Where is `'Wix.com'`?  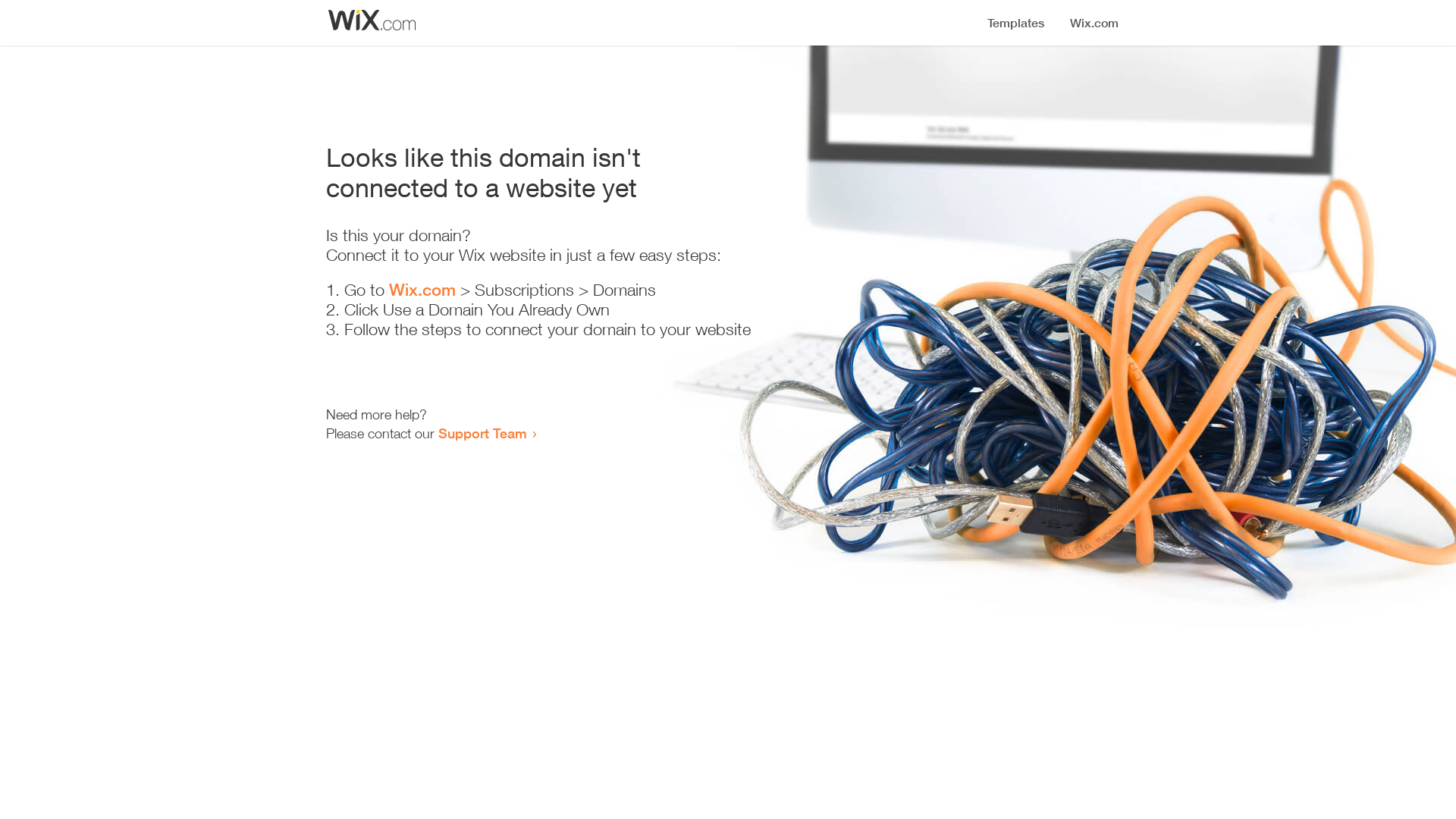 'Wix.com' is located at coordinates (422, 289).